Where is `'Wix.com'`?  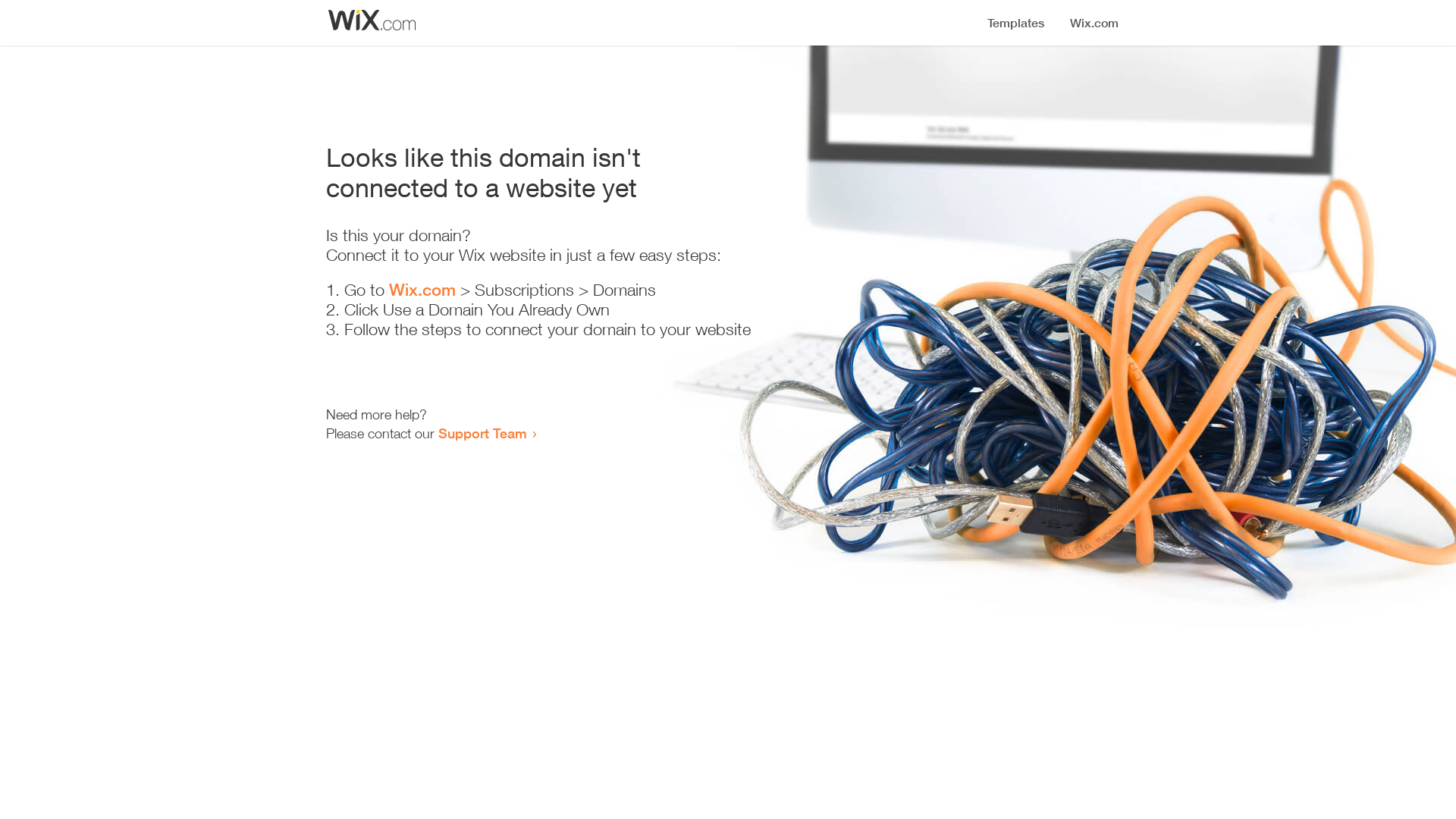 'Wix.com' is located at coordinates (422, 289).